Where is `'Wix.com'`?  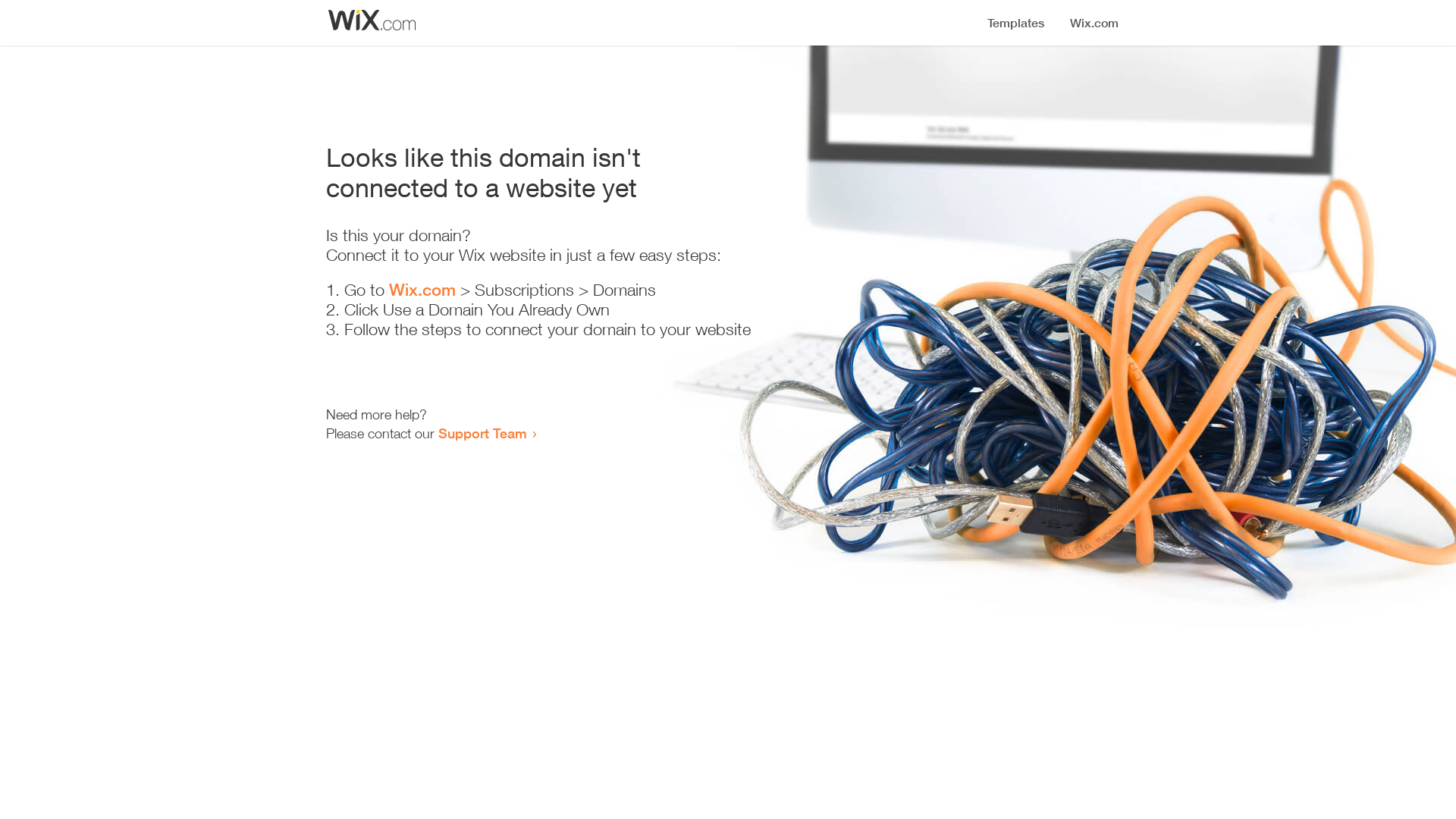 'Wix.com' is located at coordinates (422, 289).